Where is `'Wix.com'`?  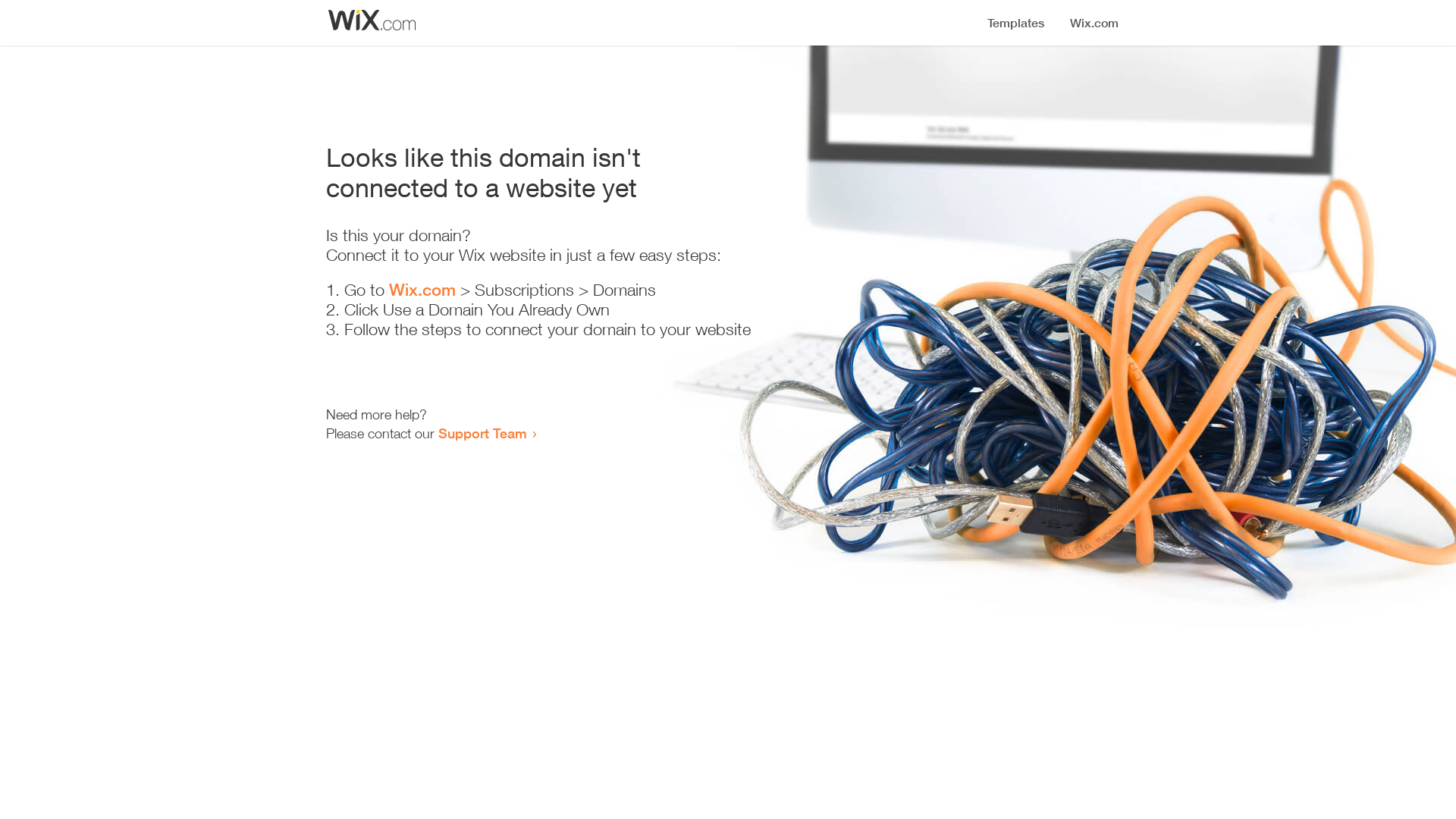 'Wix.com' is located at coordinates (422, 289).